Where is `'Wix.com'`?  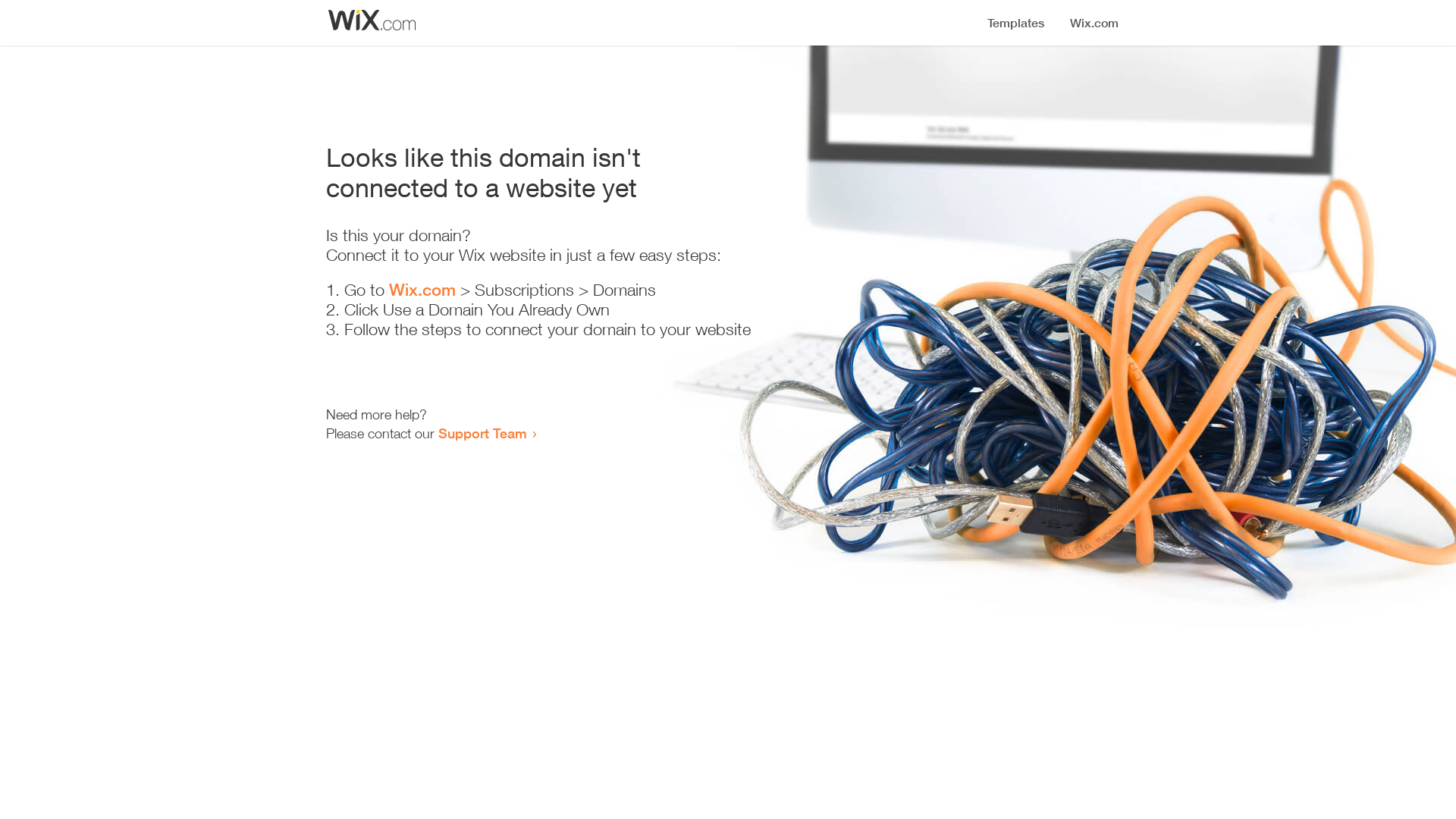 'Wix.com' is located at coordinates (422, 289).